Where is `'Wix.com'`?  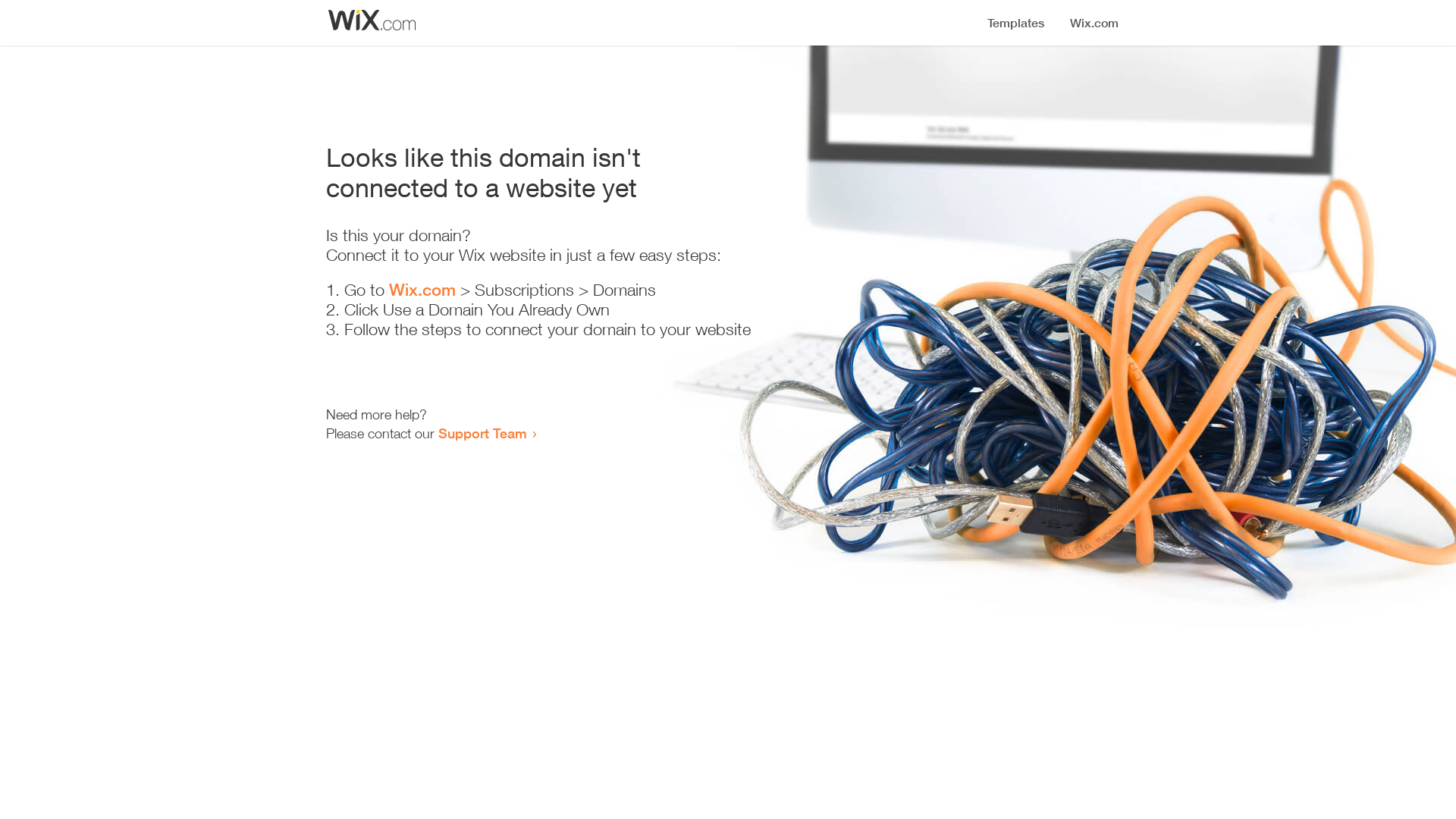 'Wix.com' is located at coordinates (422, 289).